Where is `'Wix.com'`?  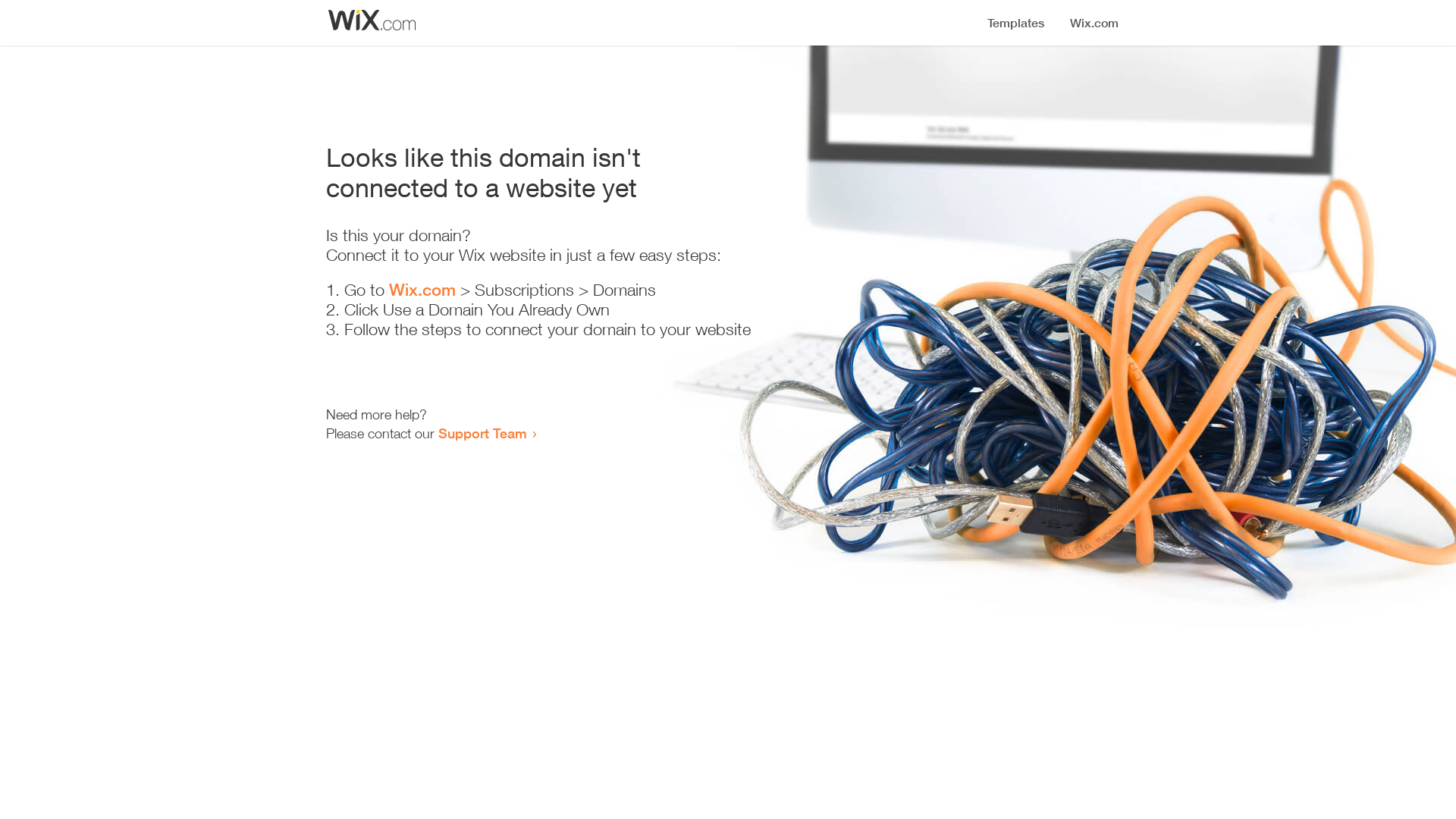 'Wix.com' is located at coordinates (422, 289).